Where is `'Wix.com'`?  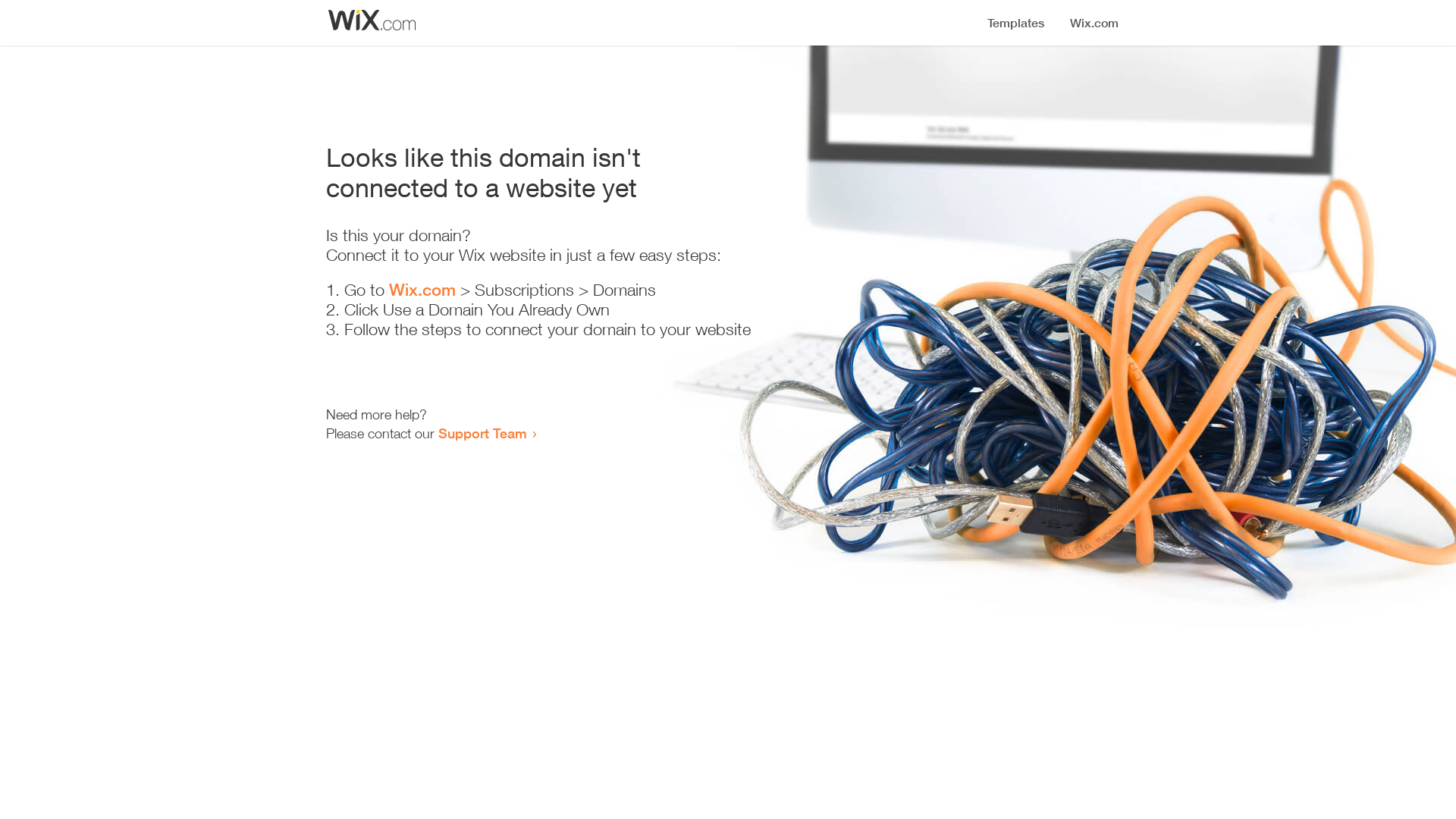 'Wix.com' is located at coordinates (422, 289).